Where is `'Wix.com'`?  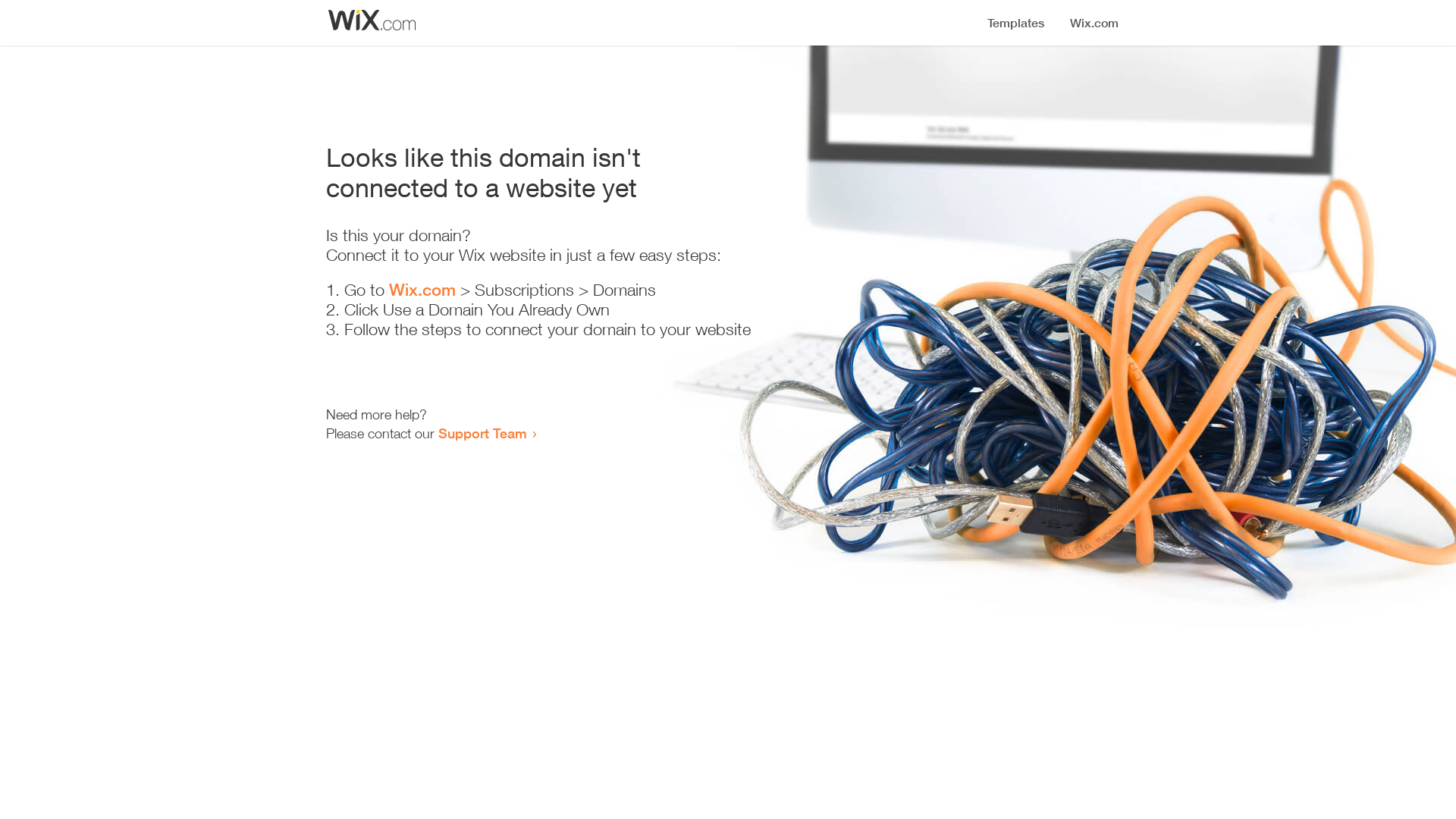 'Wix.com' is located at coordinates (422, 289).